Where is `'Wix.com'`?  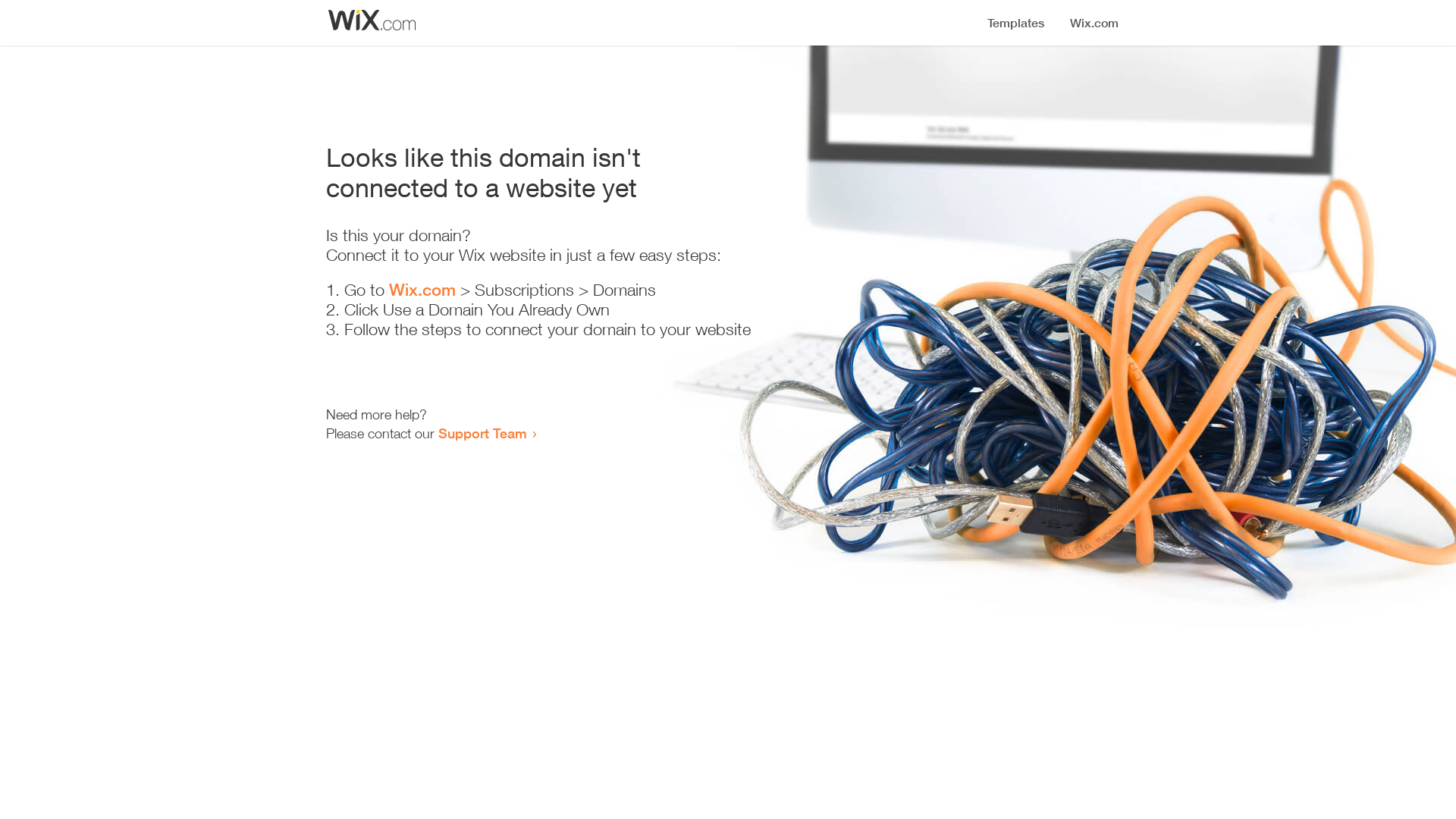 'Wix.com' is located at coordinates (422, 289).